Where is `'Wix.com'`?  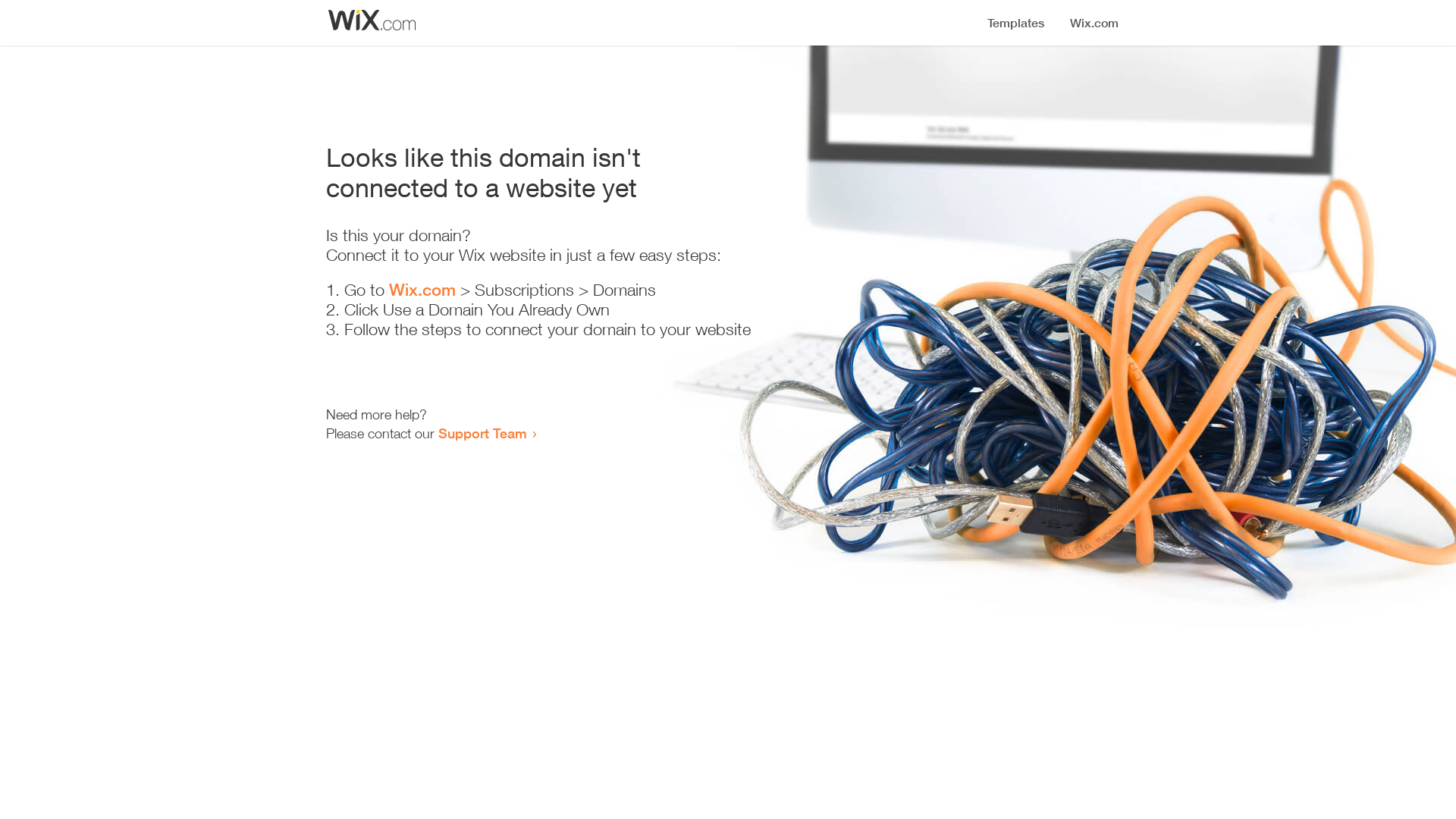 'Wix.com' is located at coordinates (422, 289).